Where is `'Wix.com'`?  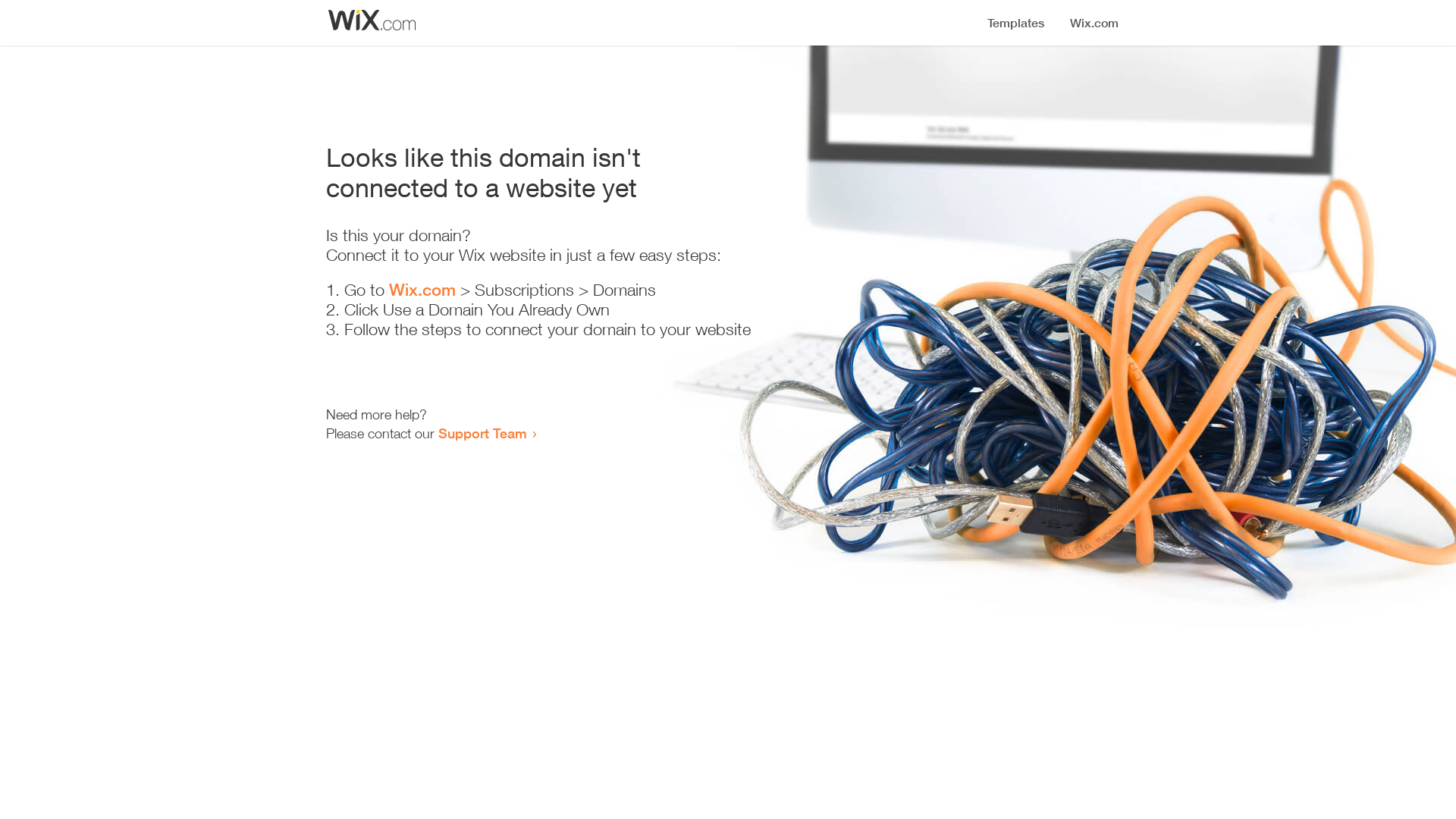 'Wix.com' is located at coordinates (422, 289).